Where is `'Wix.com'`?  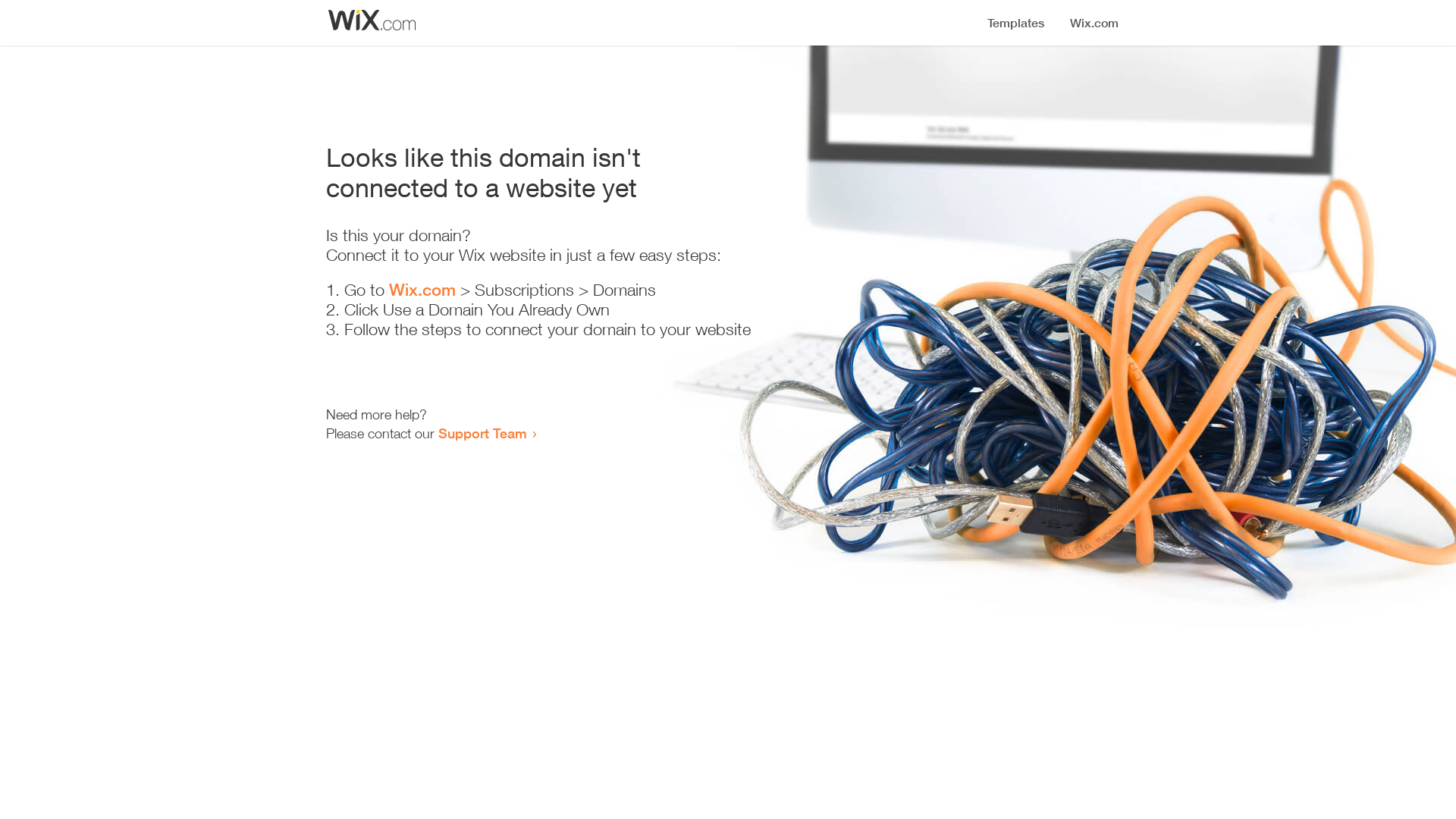 'Wix.com' is located at coordinates (422, 289).